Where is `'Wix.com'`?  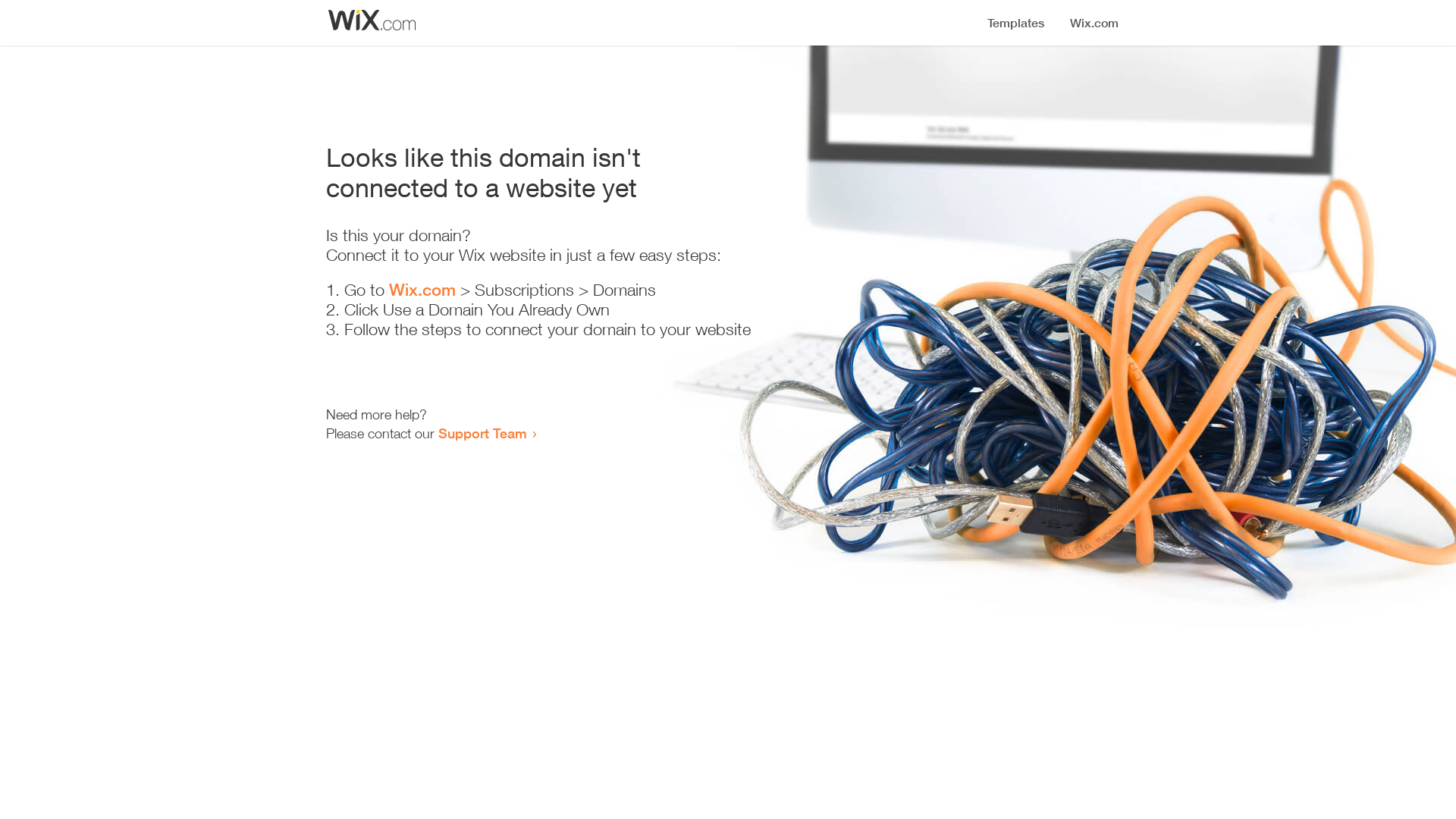 'Wix.com' is located at coordinates (422, 289).